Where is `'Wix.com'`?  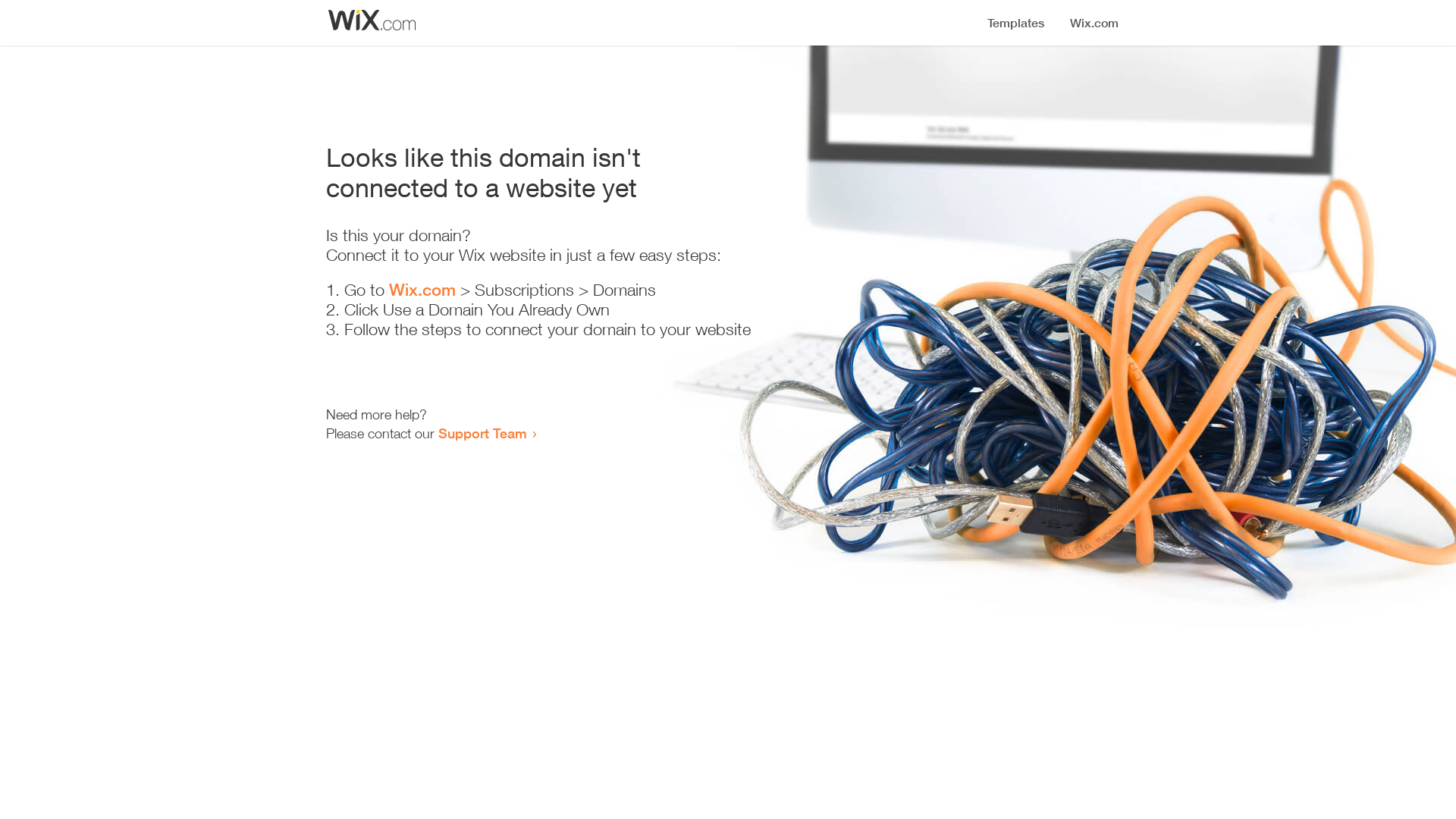 'Wix.com' is located at coordinates (422, 289).